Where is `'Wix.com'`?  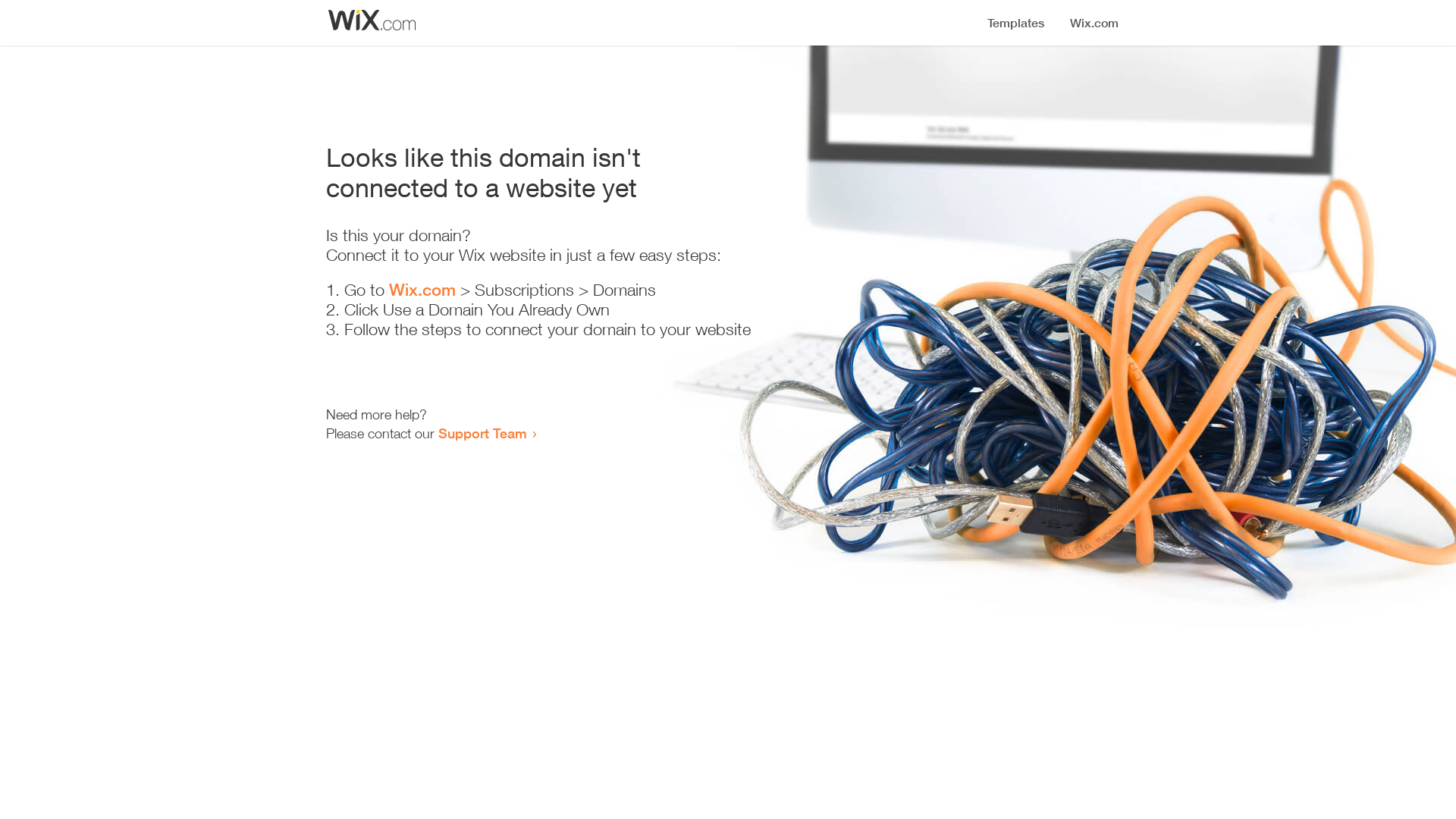 'Wix.com' is located at coordinates (422, 289).